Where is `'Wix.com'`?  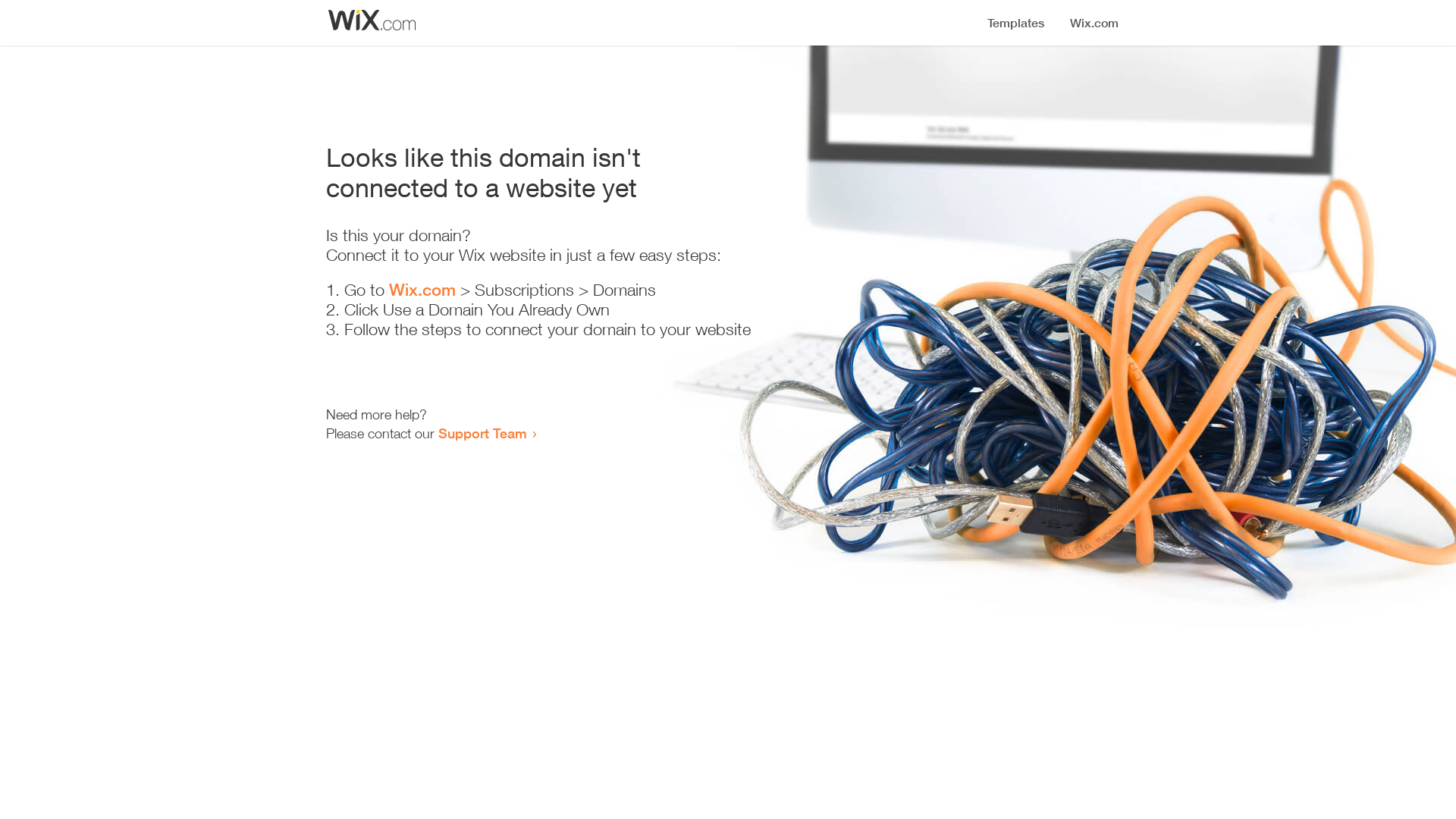 'Wix.com' is located at coordinates (422, 289).